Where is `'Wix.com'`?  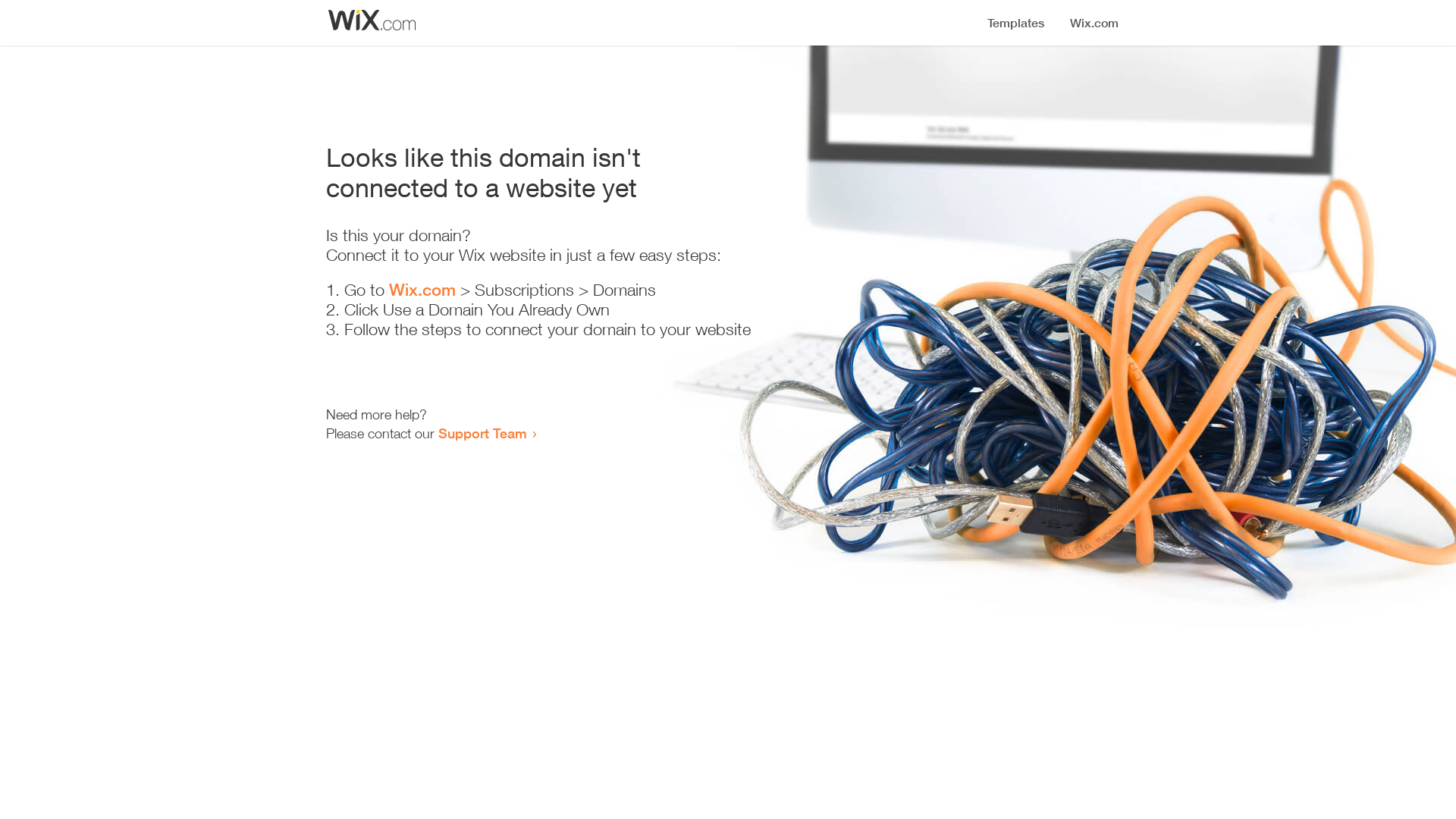 'Wix.com' is located at coordinates (422, 289).